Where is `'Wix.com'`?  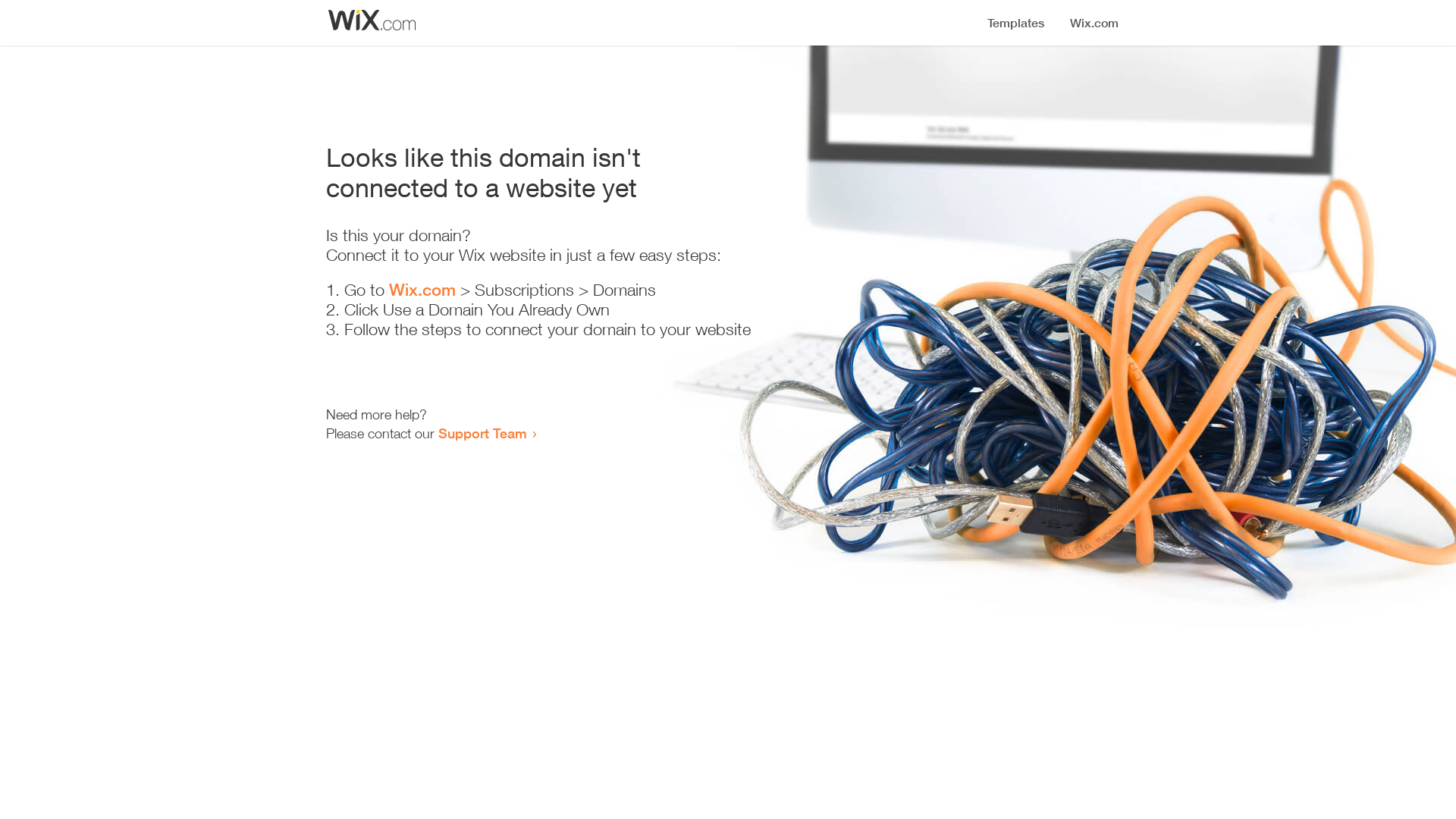 'Wix.com' is located at coordinates (422, 289).